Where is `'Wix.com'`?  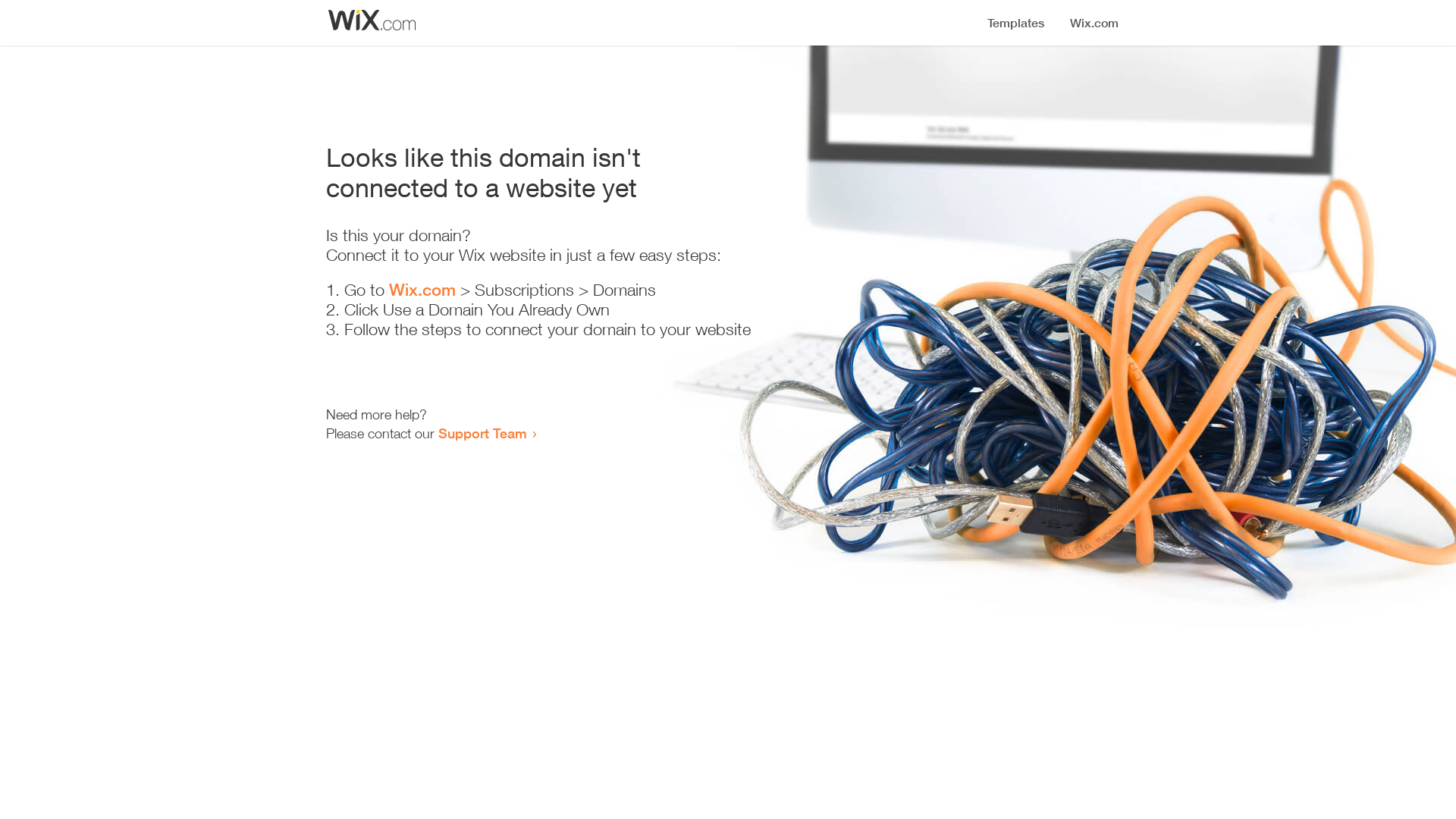 'Wix.com' is located at coordinates (422, 289).